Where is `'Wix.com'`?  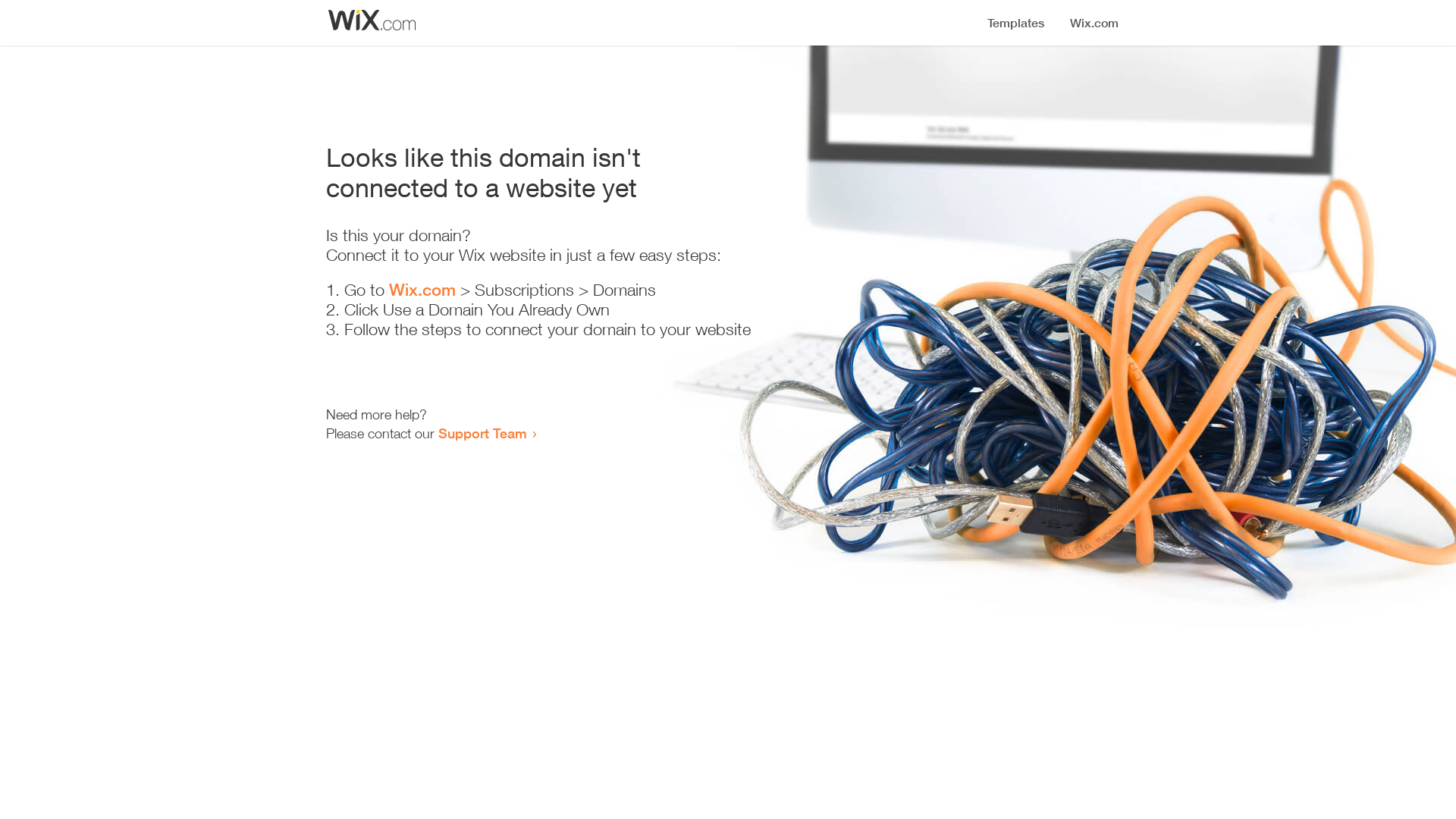 'Wix.com' is located at coordinates (422, 289).